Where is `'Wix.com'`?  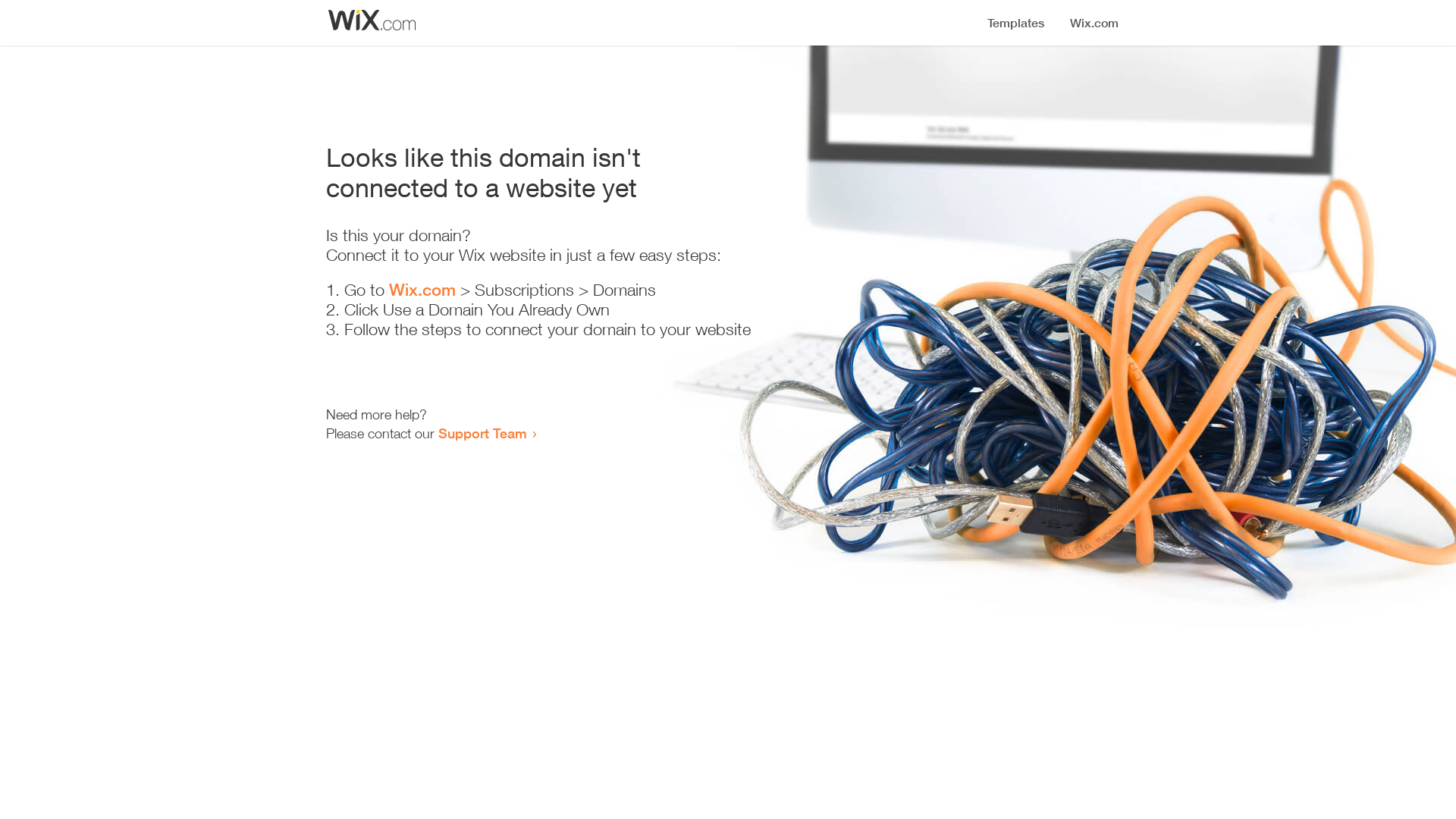 'Wix.com' is located at coordinates (422, 289).